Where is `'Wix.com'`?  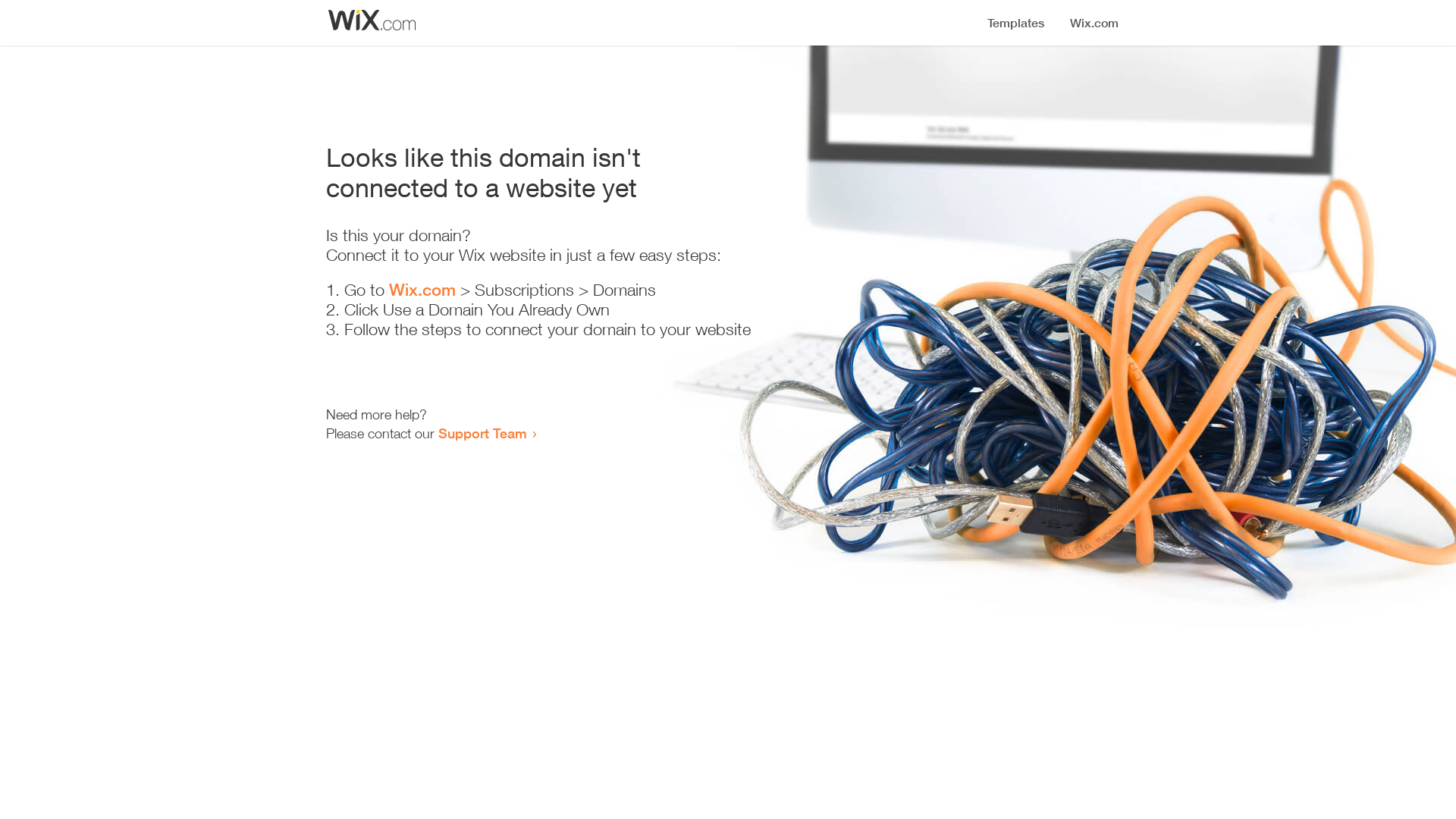 'Wix.com' is located at coordinates (422, 289).